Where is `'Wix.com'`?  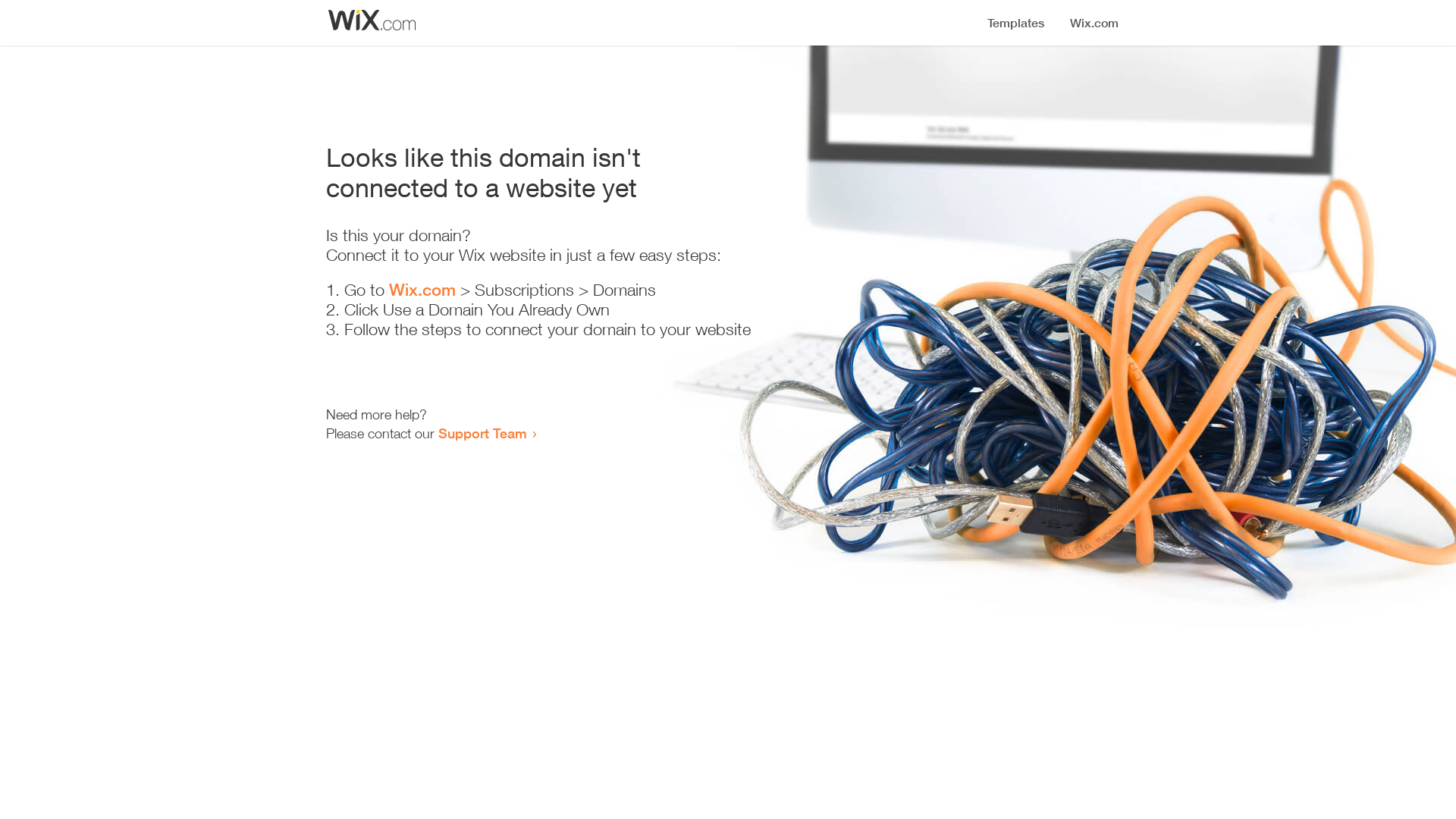 'Wix.com' is located at coordinates (422, 289).